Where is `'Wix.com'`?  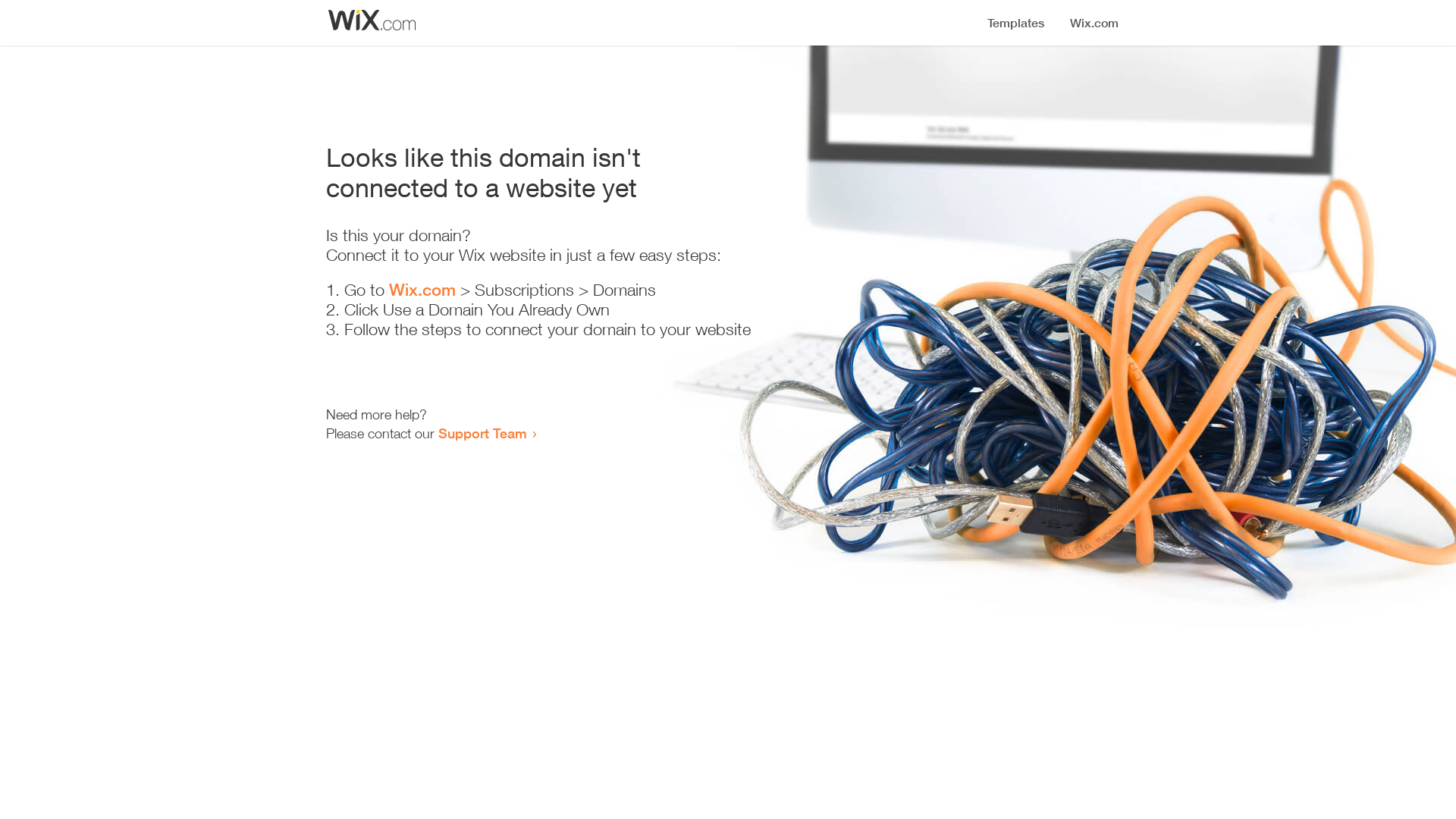 'Wix.com' is located at coordinates (422, 289).